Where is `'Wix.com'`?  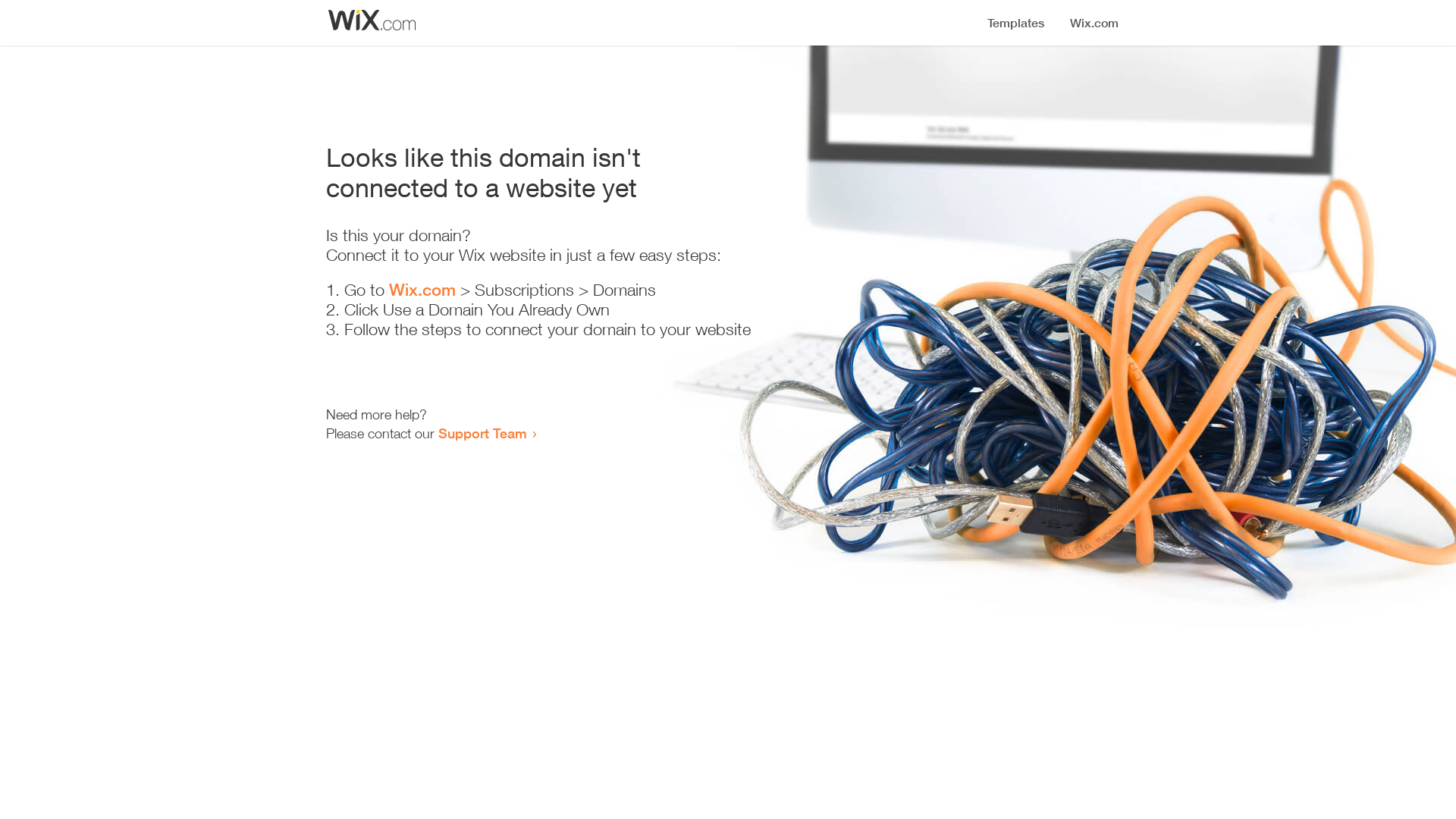 'Wix.com' is located at coordinates (422, 289).